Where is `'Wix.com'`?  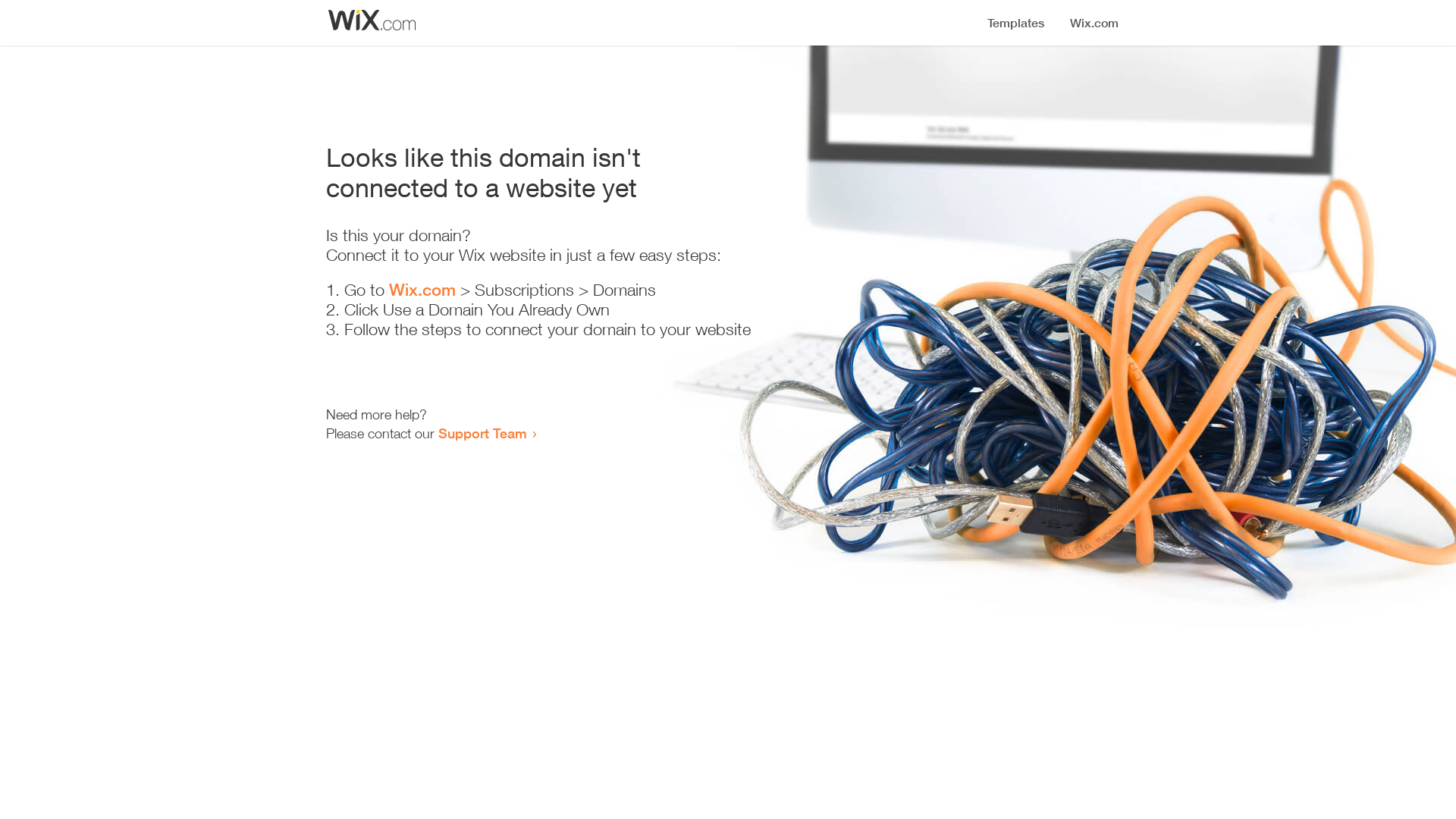 'Wix.com' is located at coordinates (422, 289).